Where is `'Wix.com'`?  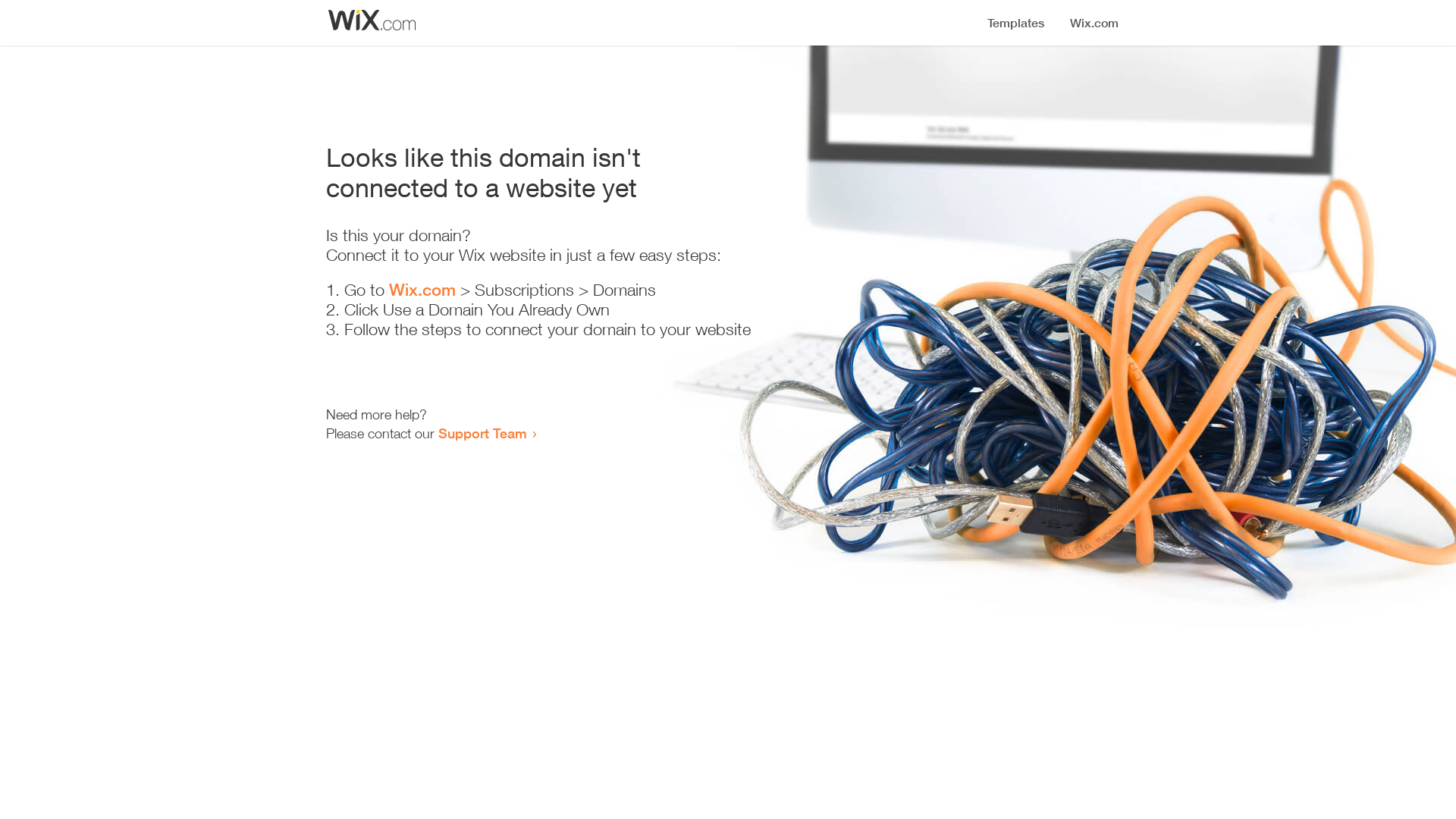 'Wix.com' is located at coordinates (422, 289).